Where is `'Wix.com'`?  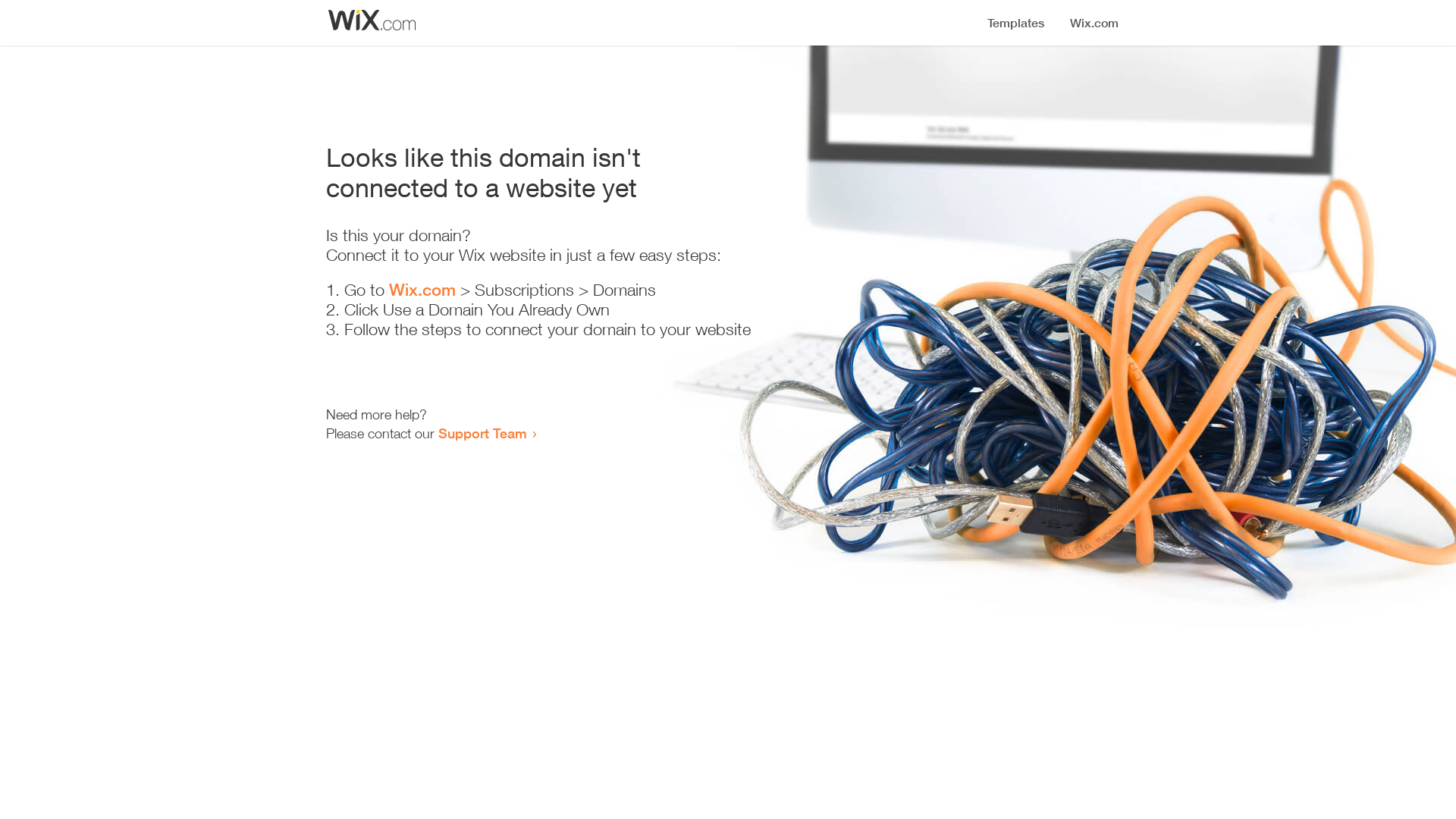 'Wix.com' is located at coordinates (422, 289).